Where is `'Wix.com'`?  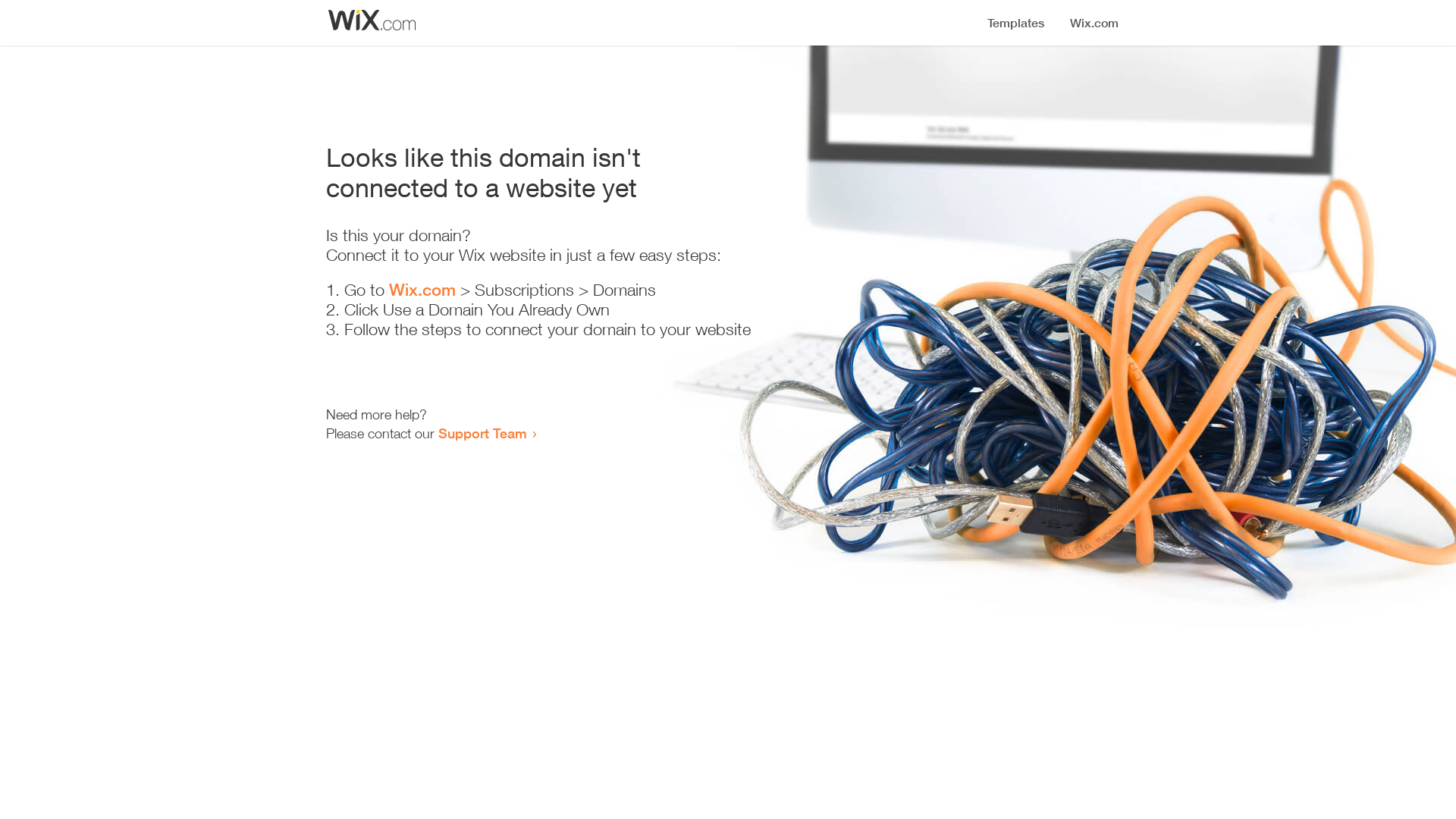 'Wix.com' is located at coordinates (422, 289).